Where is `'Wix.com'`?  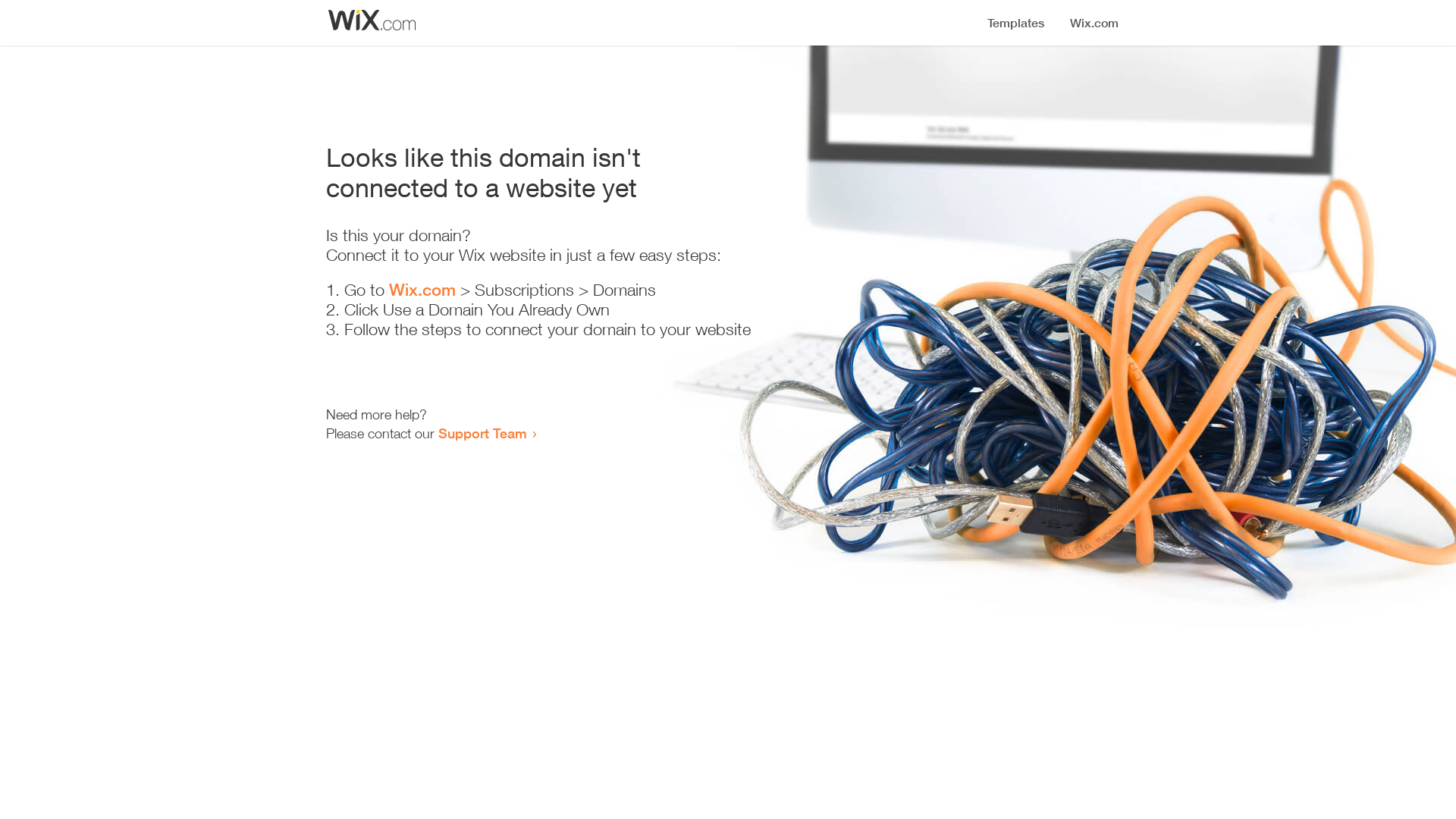 'Wix.com' is located at coordinates (422, 289).